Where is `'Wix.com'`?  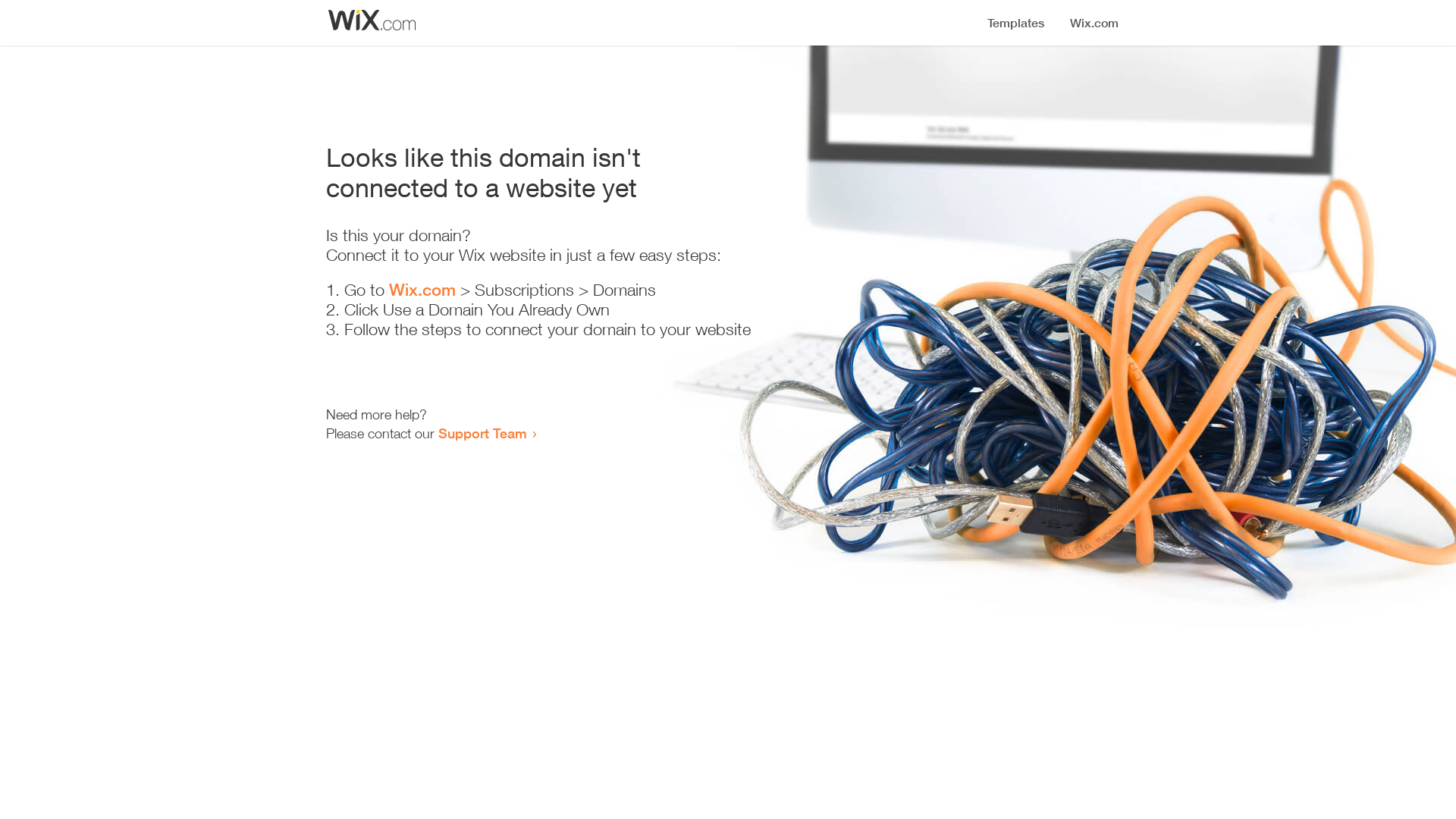 'Wix.com' is located at coordinates (422, 289).